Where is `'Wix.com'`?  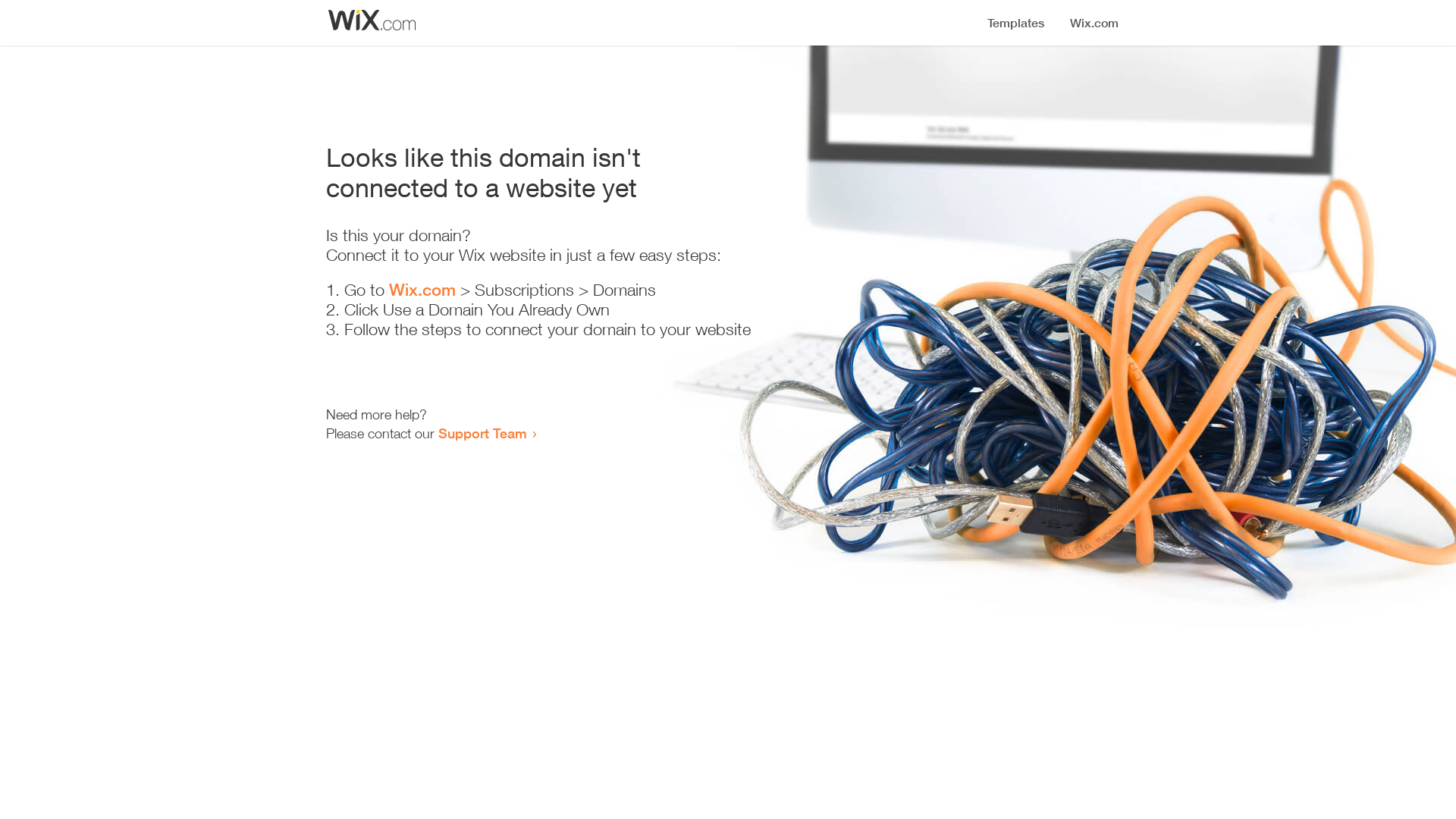 'Wix.com' is located at coordinates (422, 289).